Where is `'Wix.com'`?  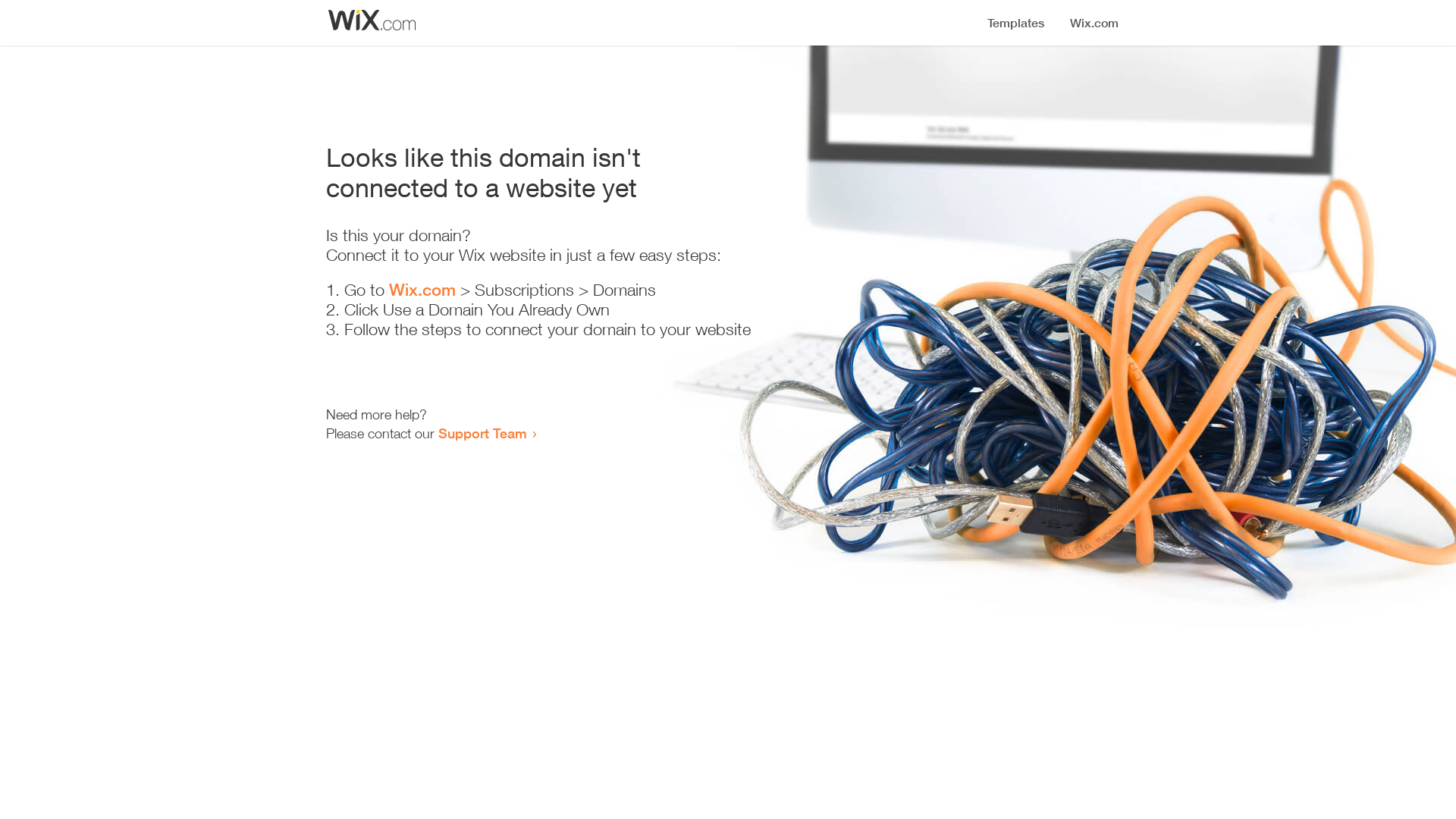 'Wix.com' is located at coordinates (422, 289).